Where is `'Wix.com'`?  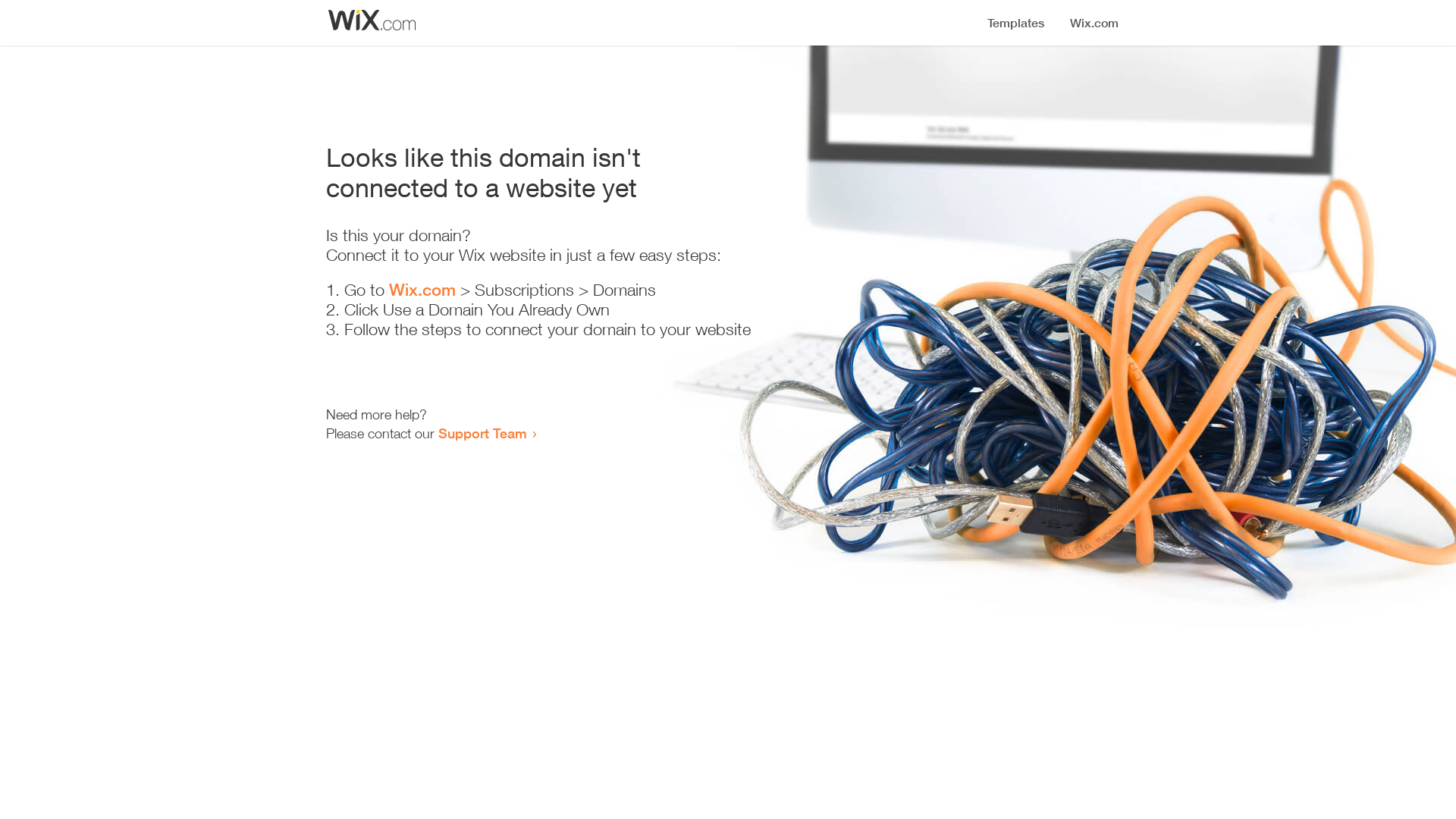 'Wix.com' is located at coordinates (422, 289).